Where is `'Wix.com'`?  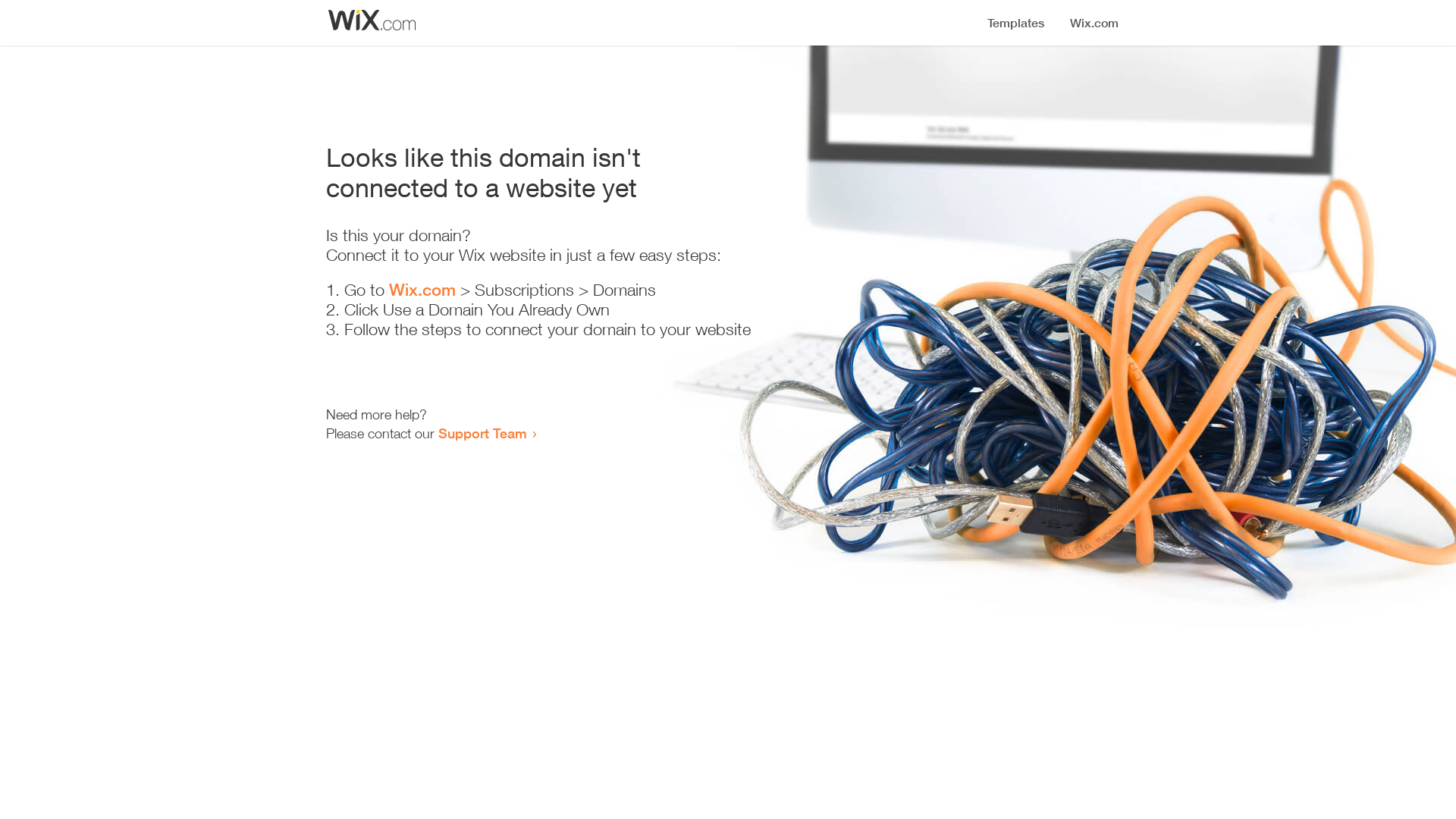 'Wix.com' is located at coordinates (422, 289).